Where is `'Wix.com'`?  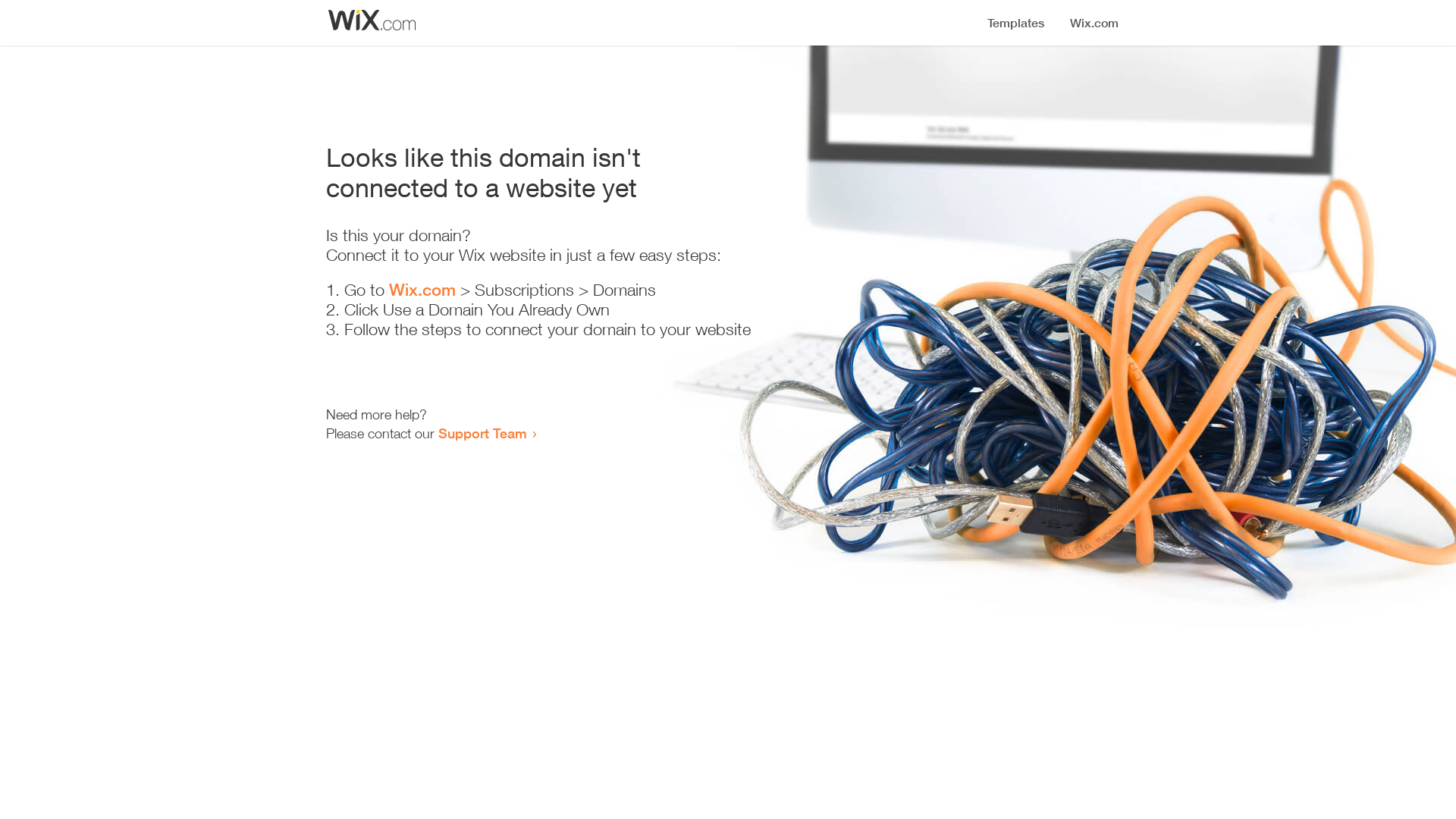 'Wix.com' is located at coordinates (422, 289).